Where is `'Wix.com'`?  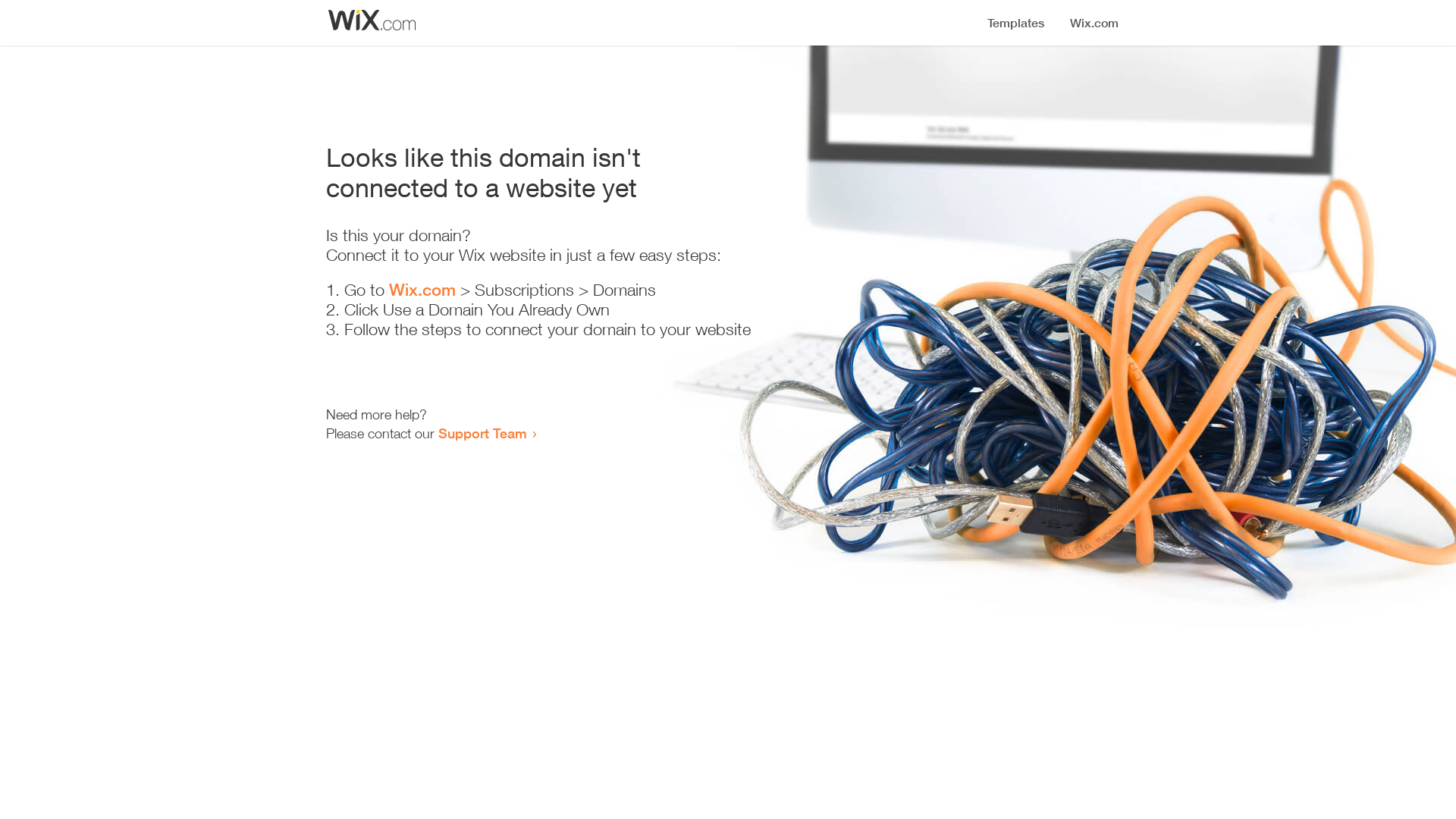 'Wix.com' is located at coordinates (422, 289).